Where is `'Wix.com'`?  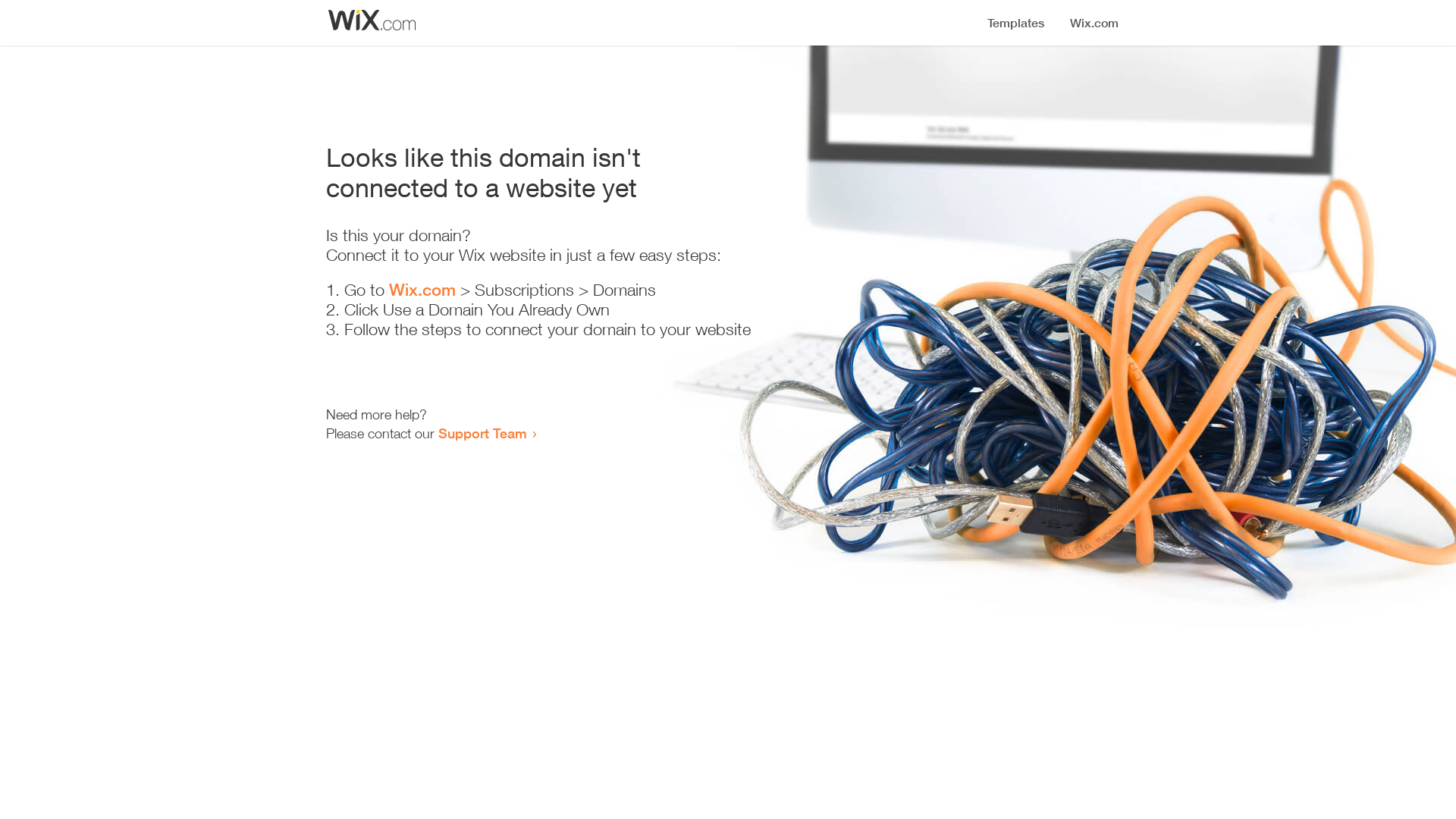 'Wix.com' is located at coordinates (422, 289).